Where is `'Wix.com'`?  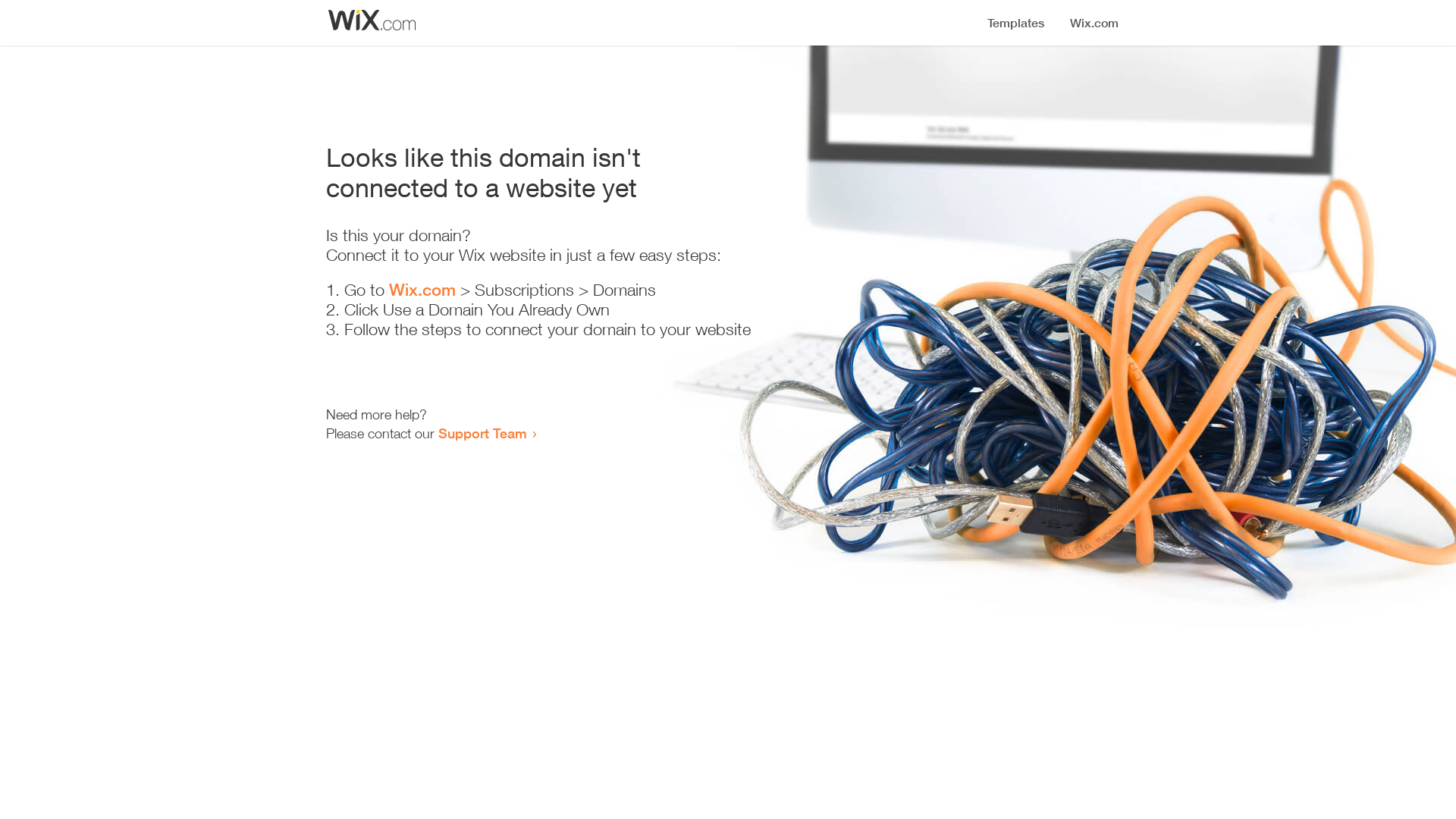 'Wix.com' is located at coordinates (422, 289).